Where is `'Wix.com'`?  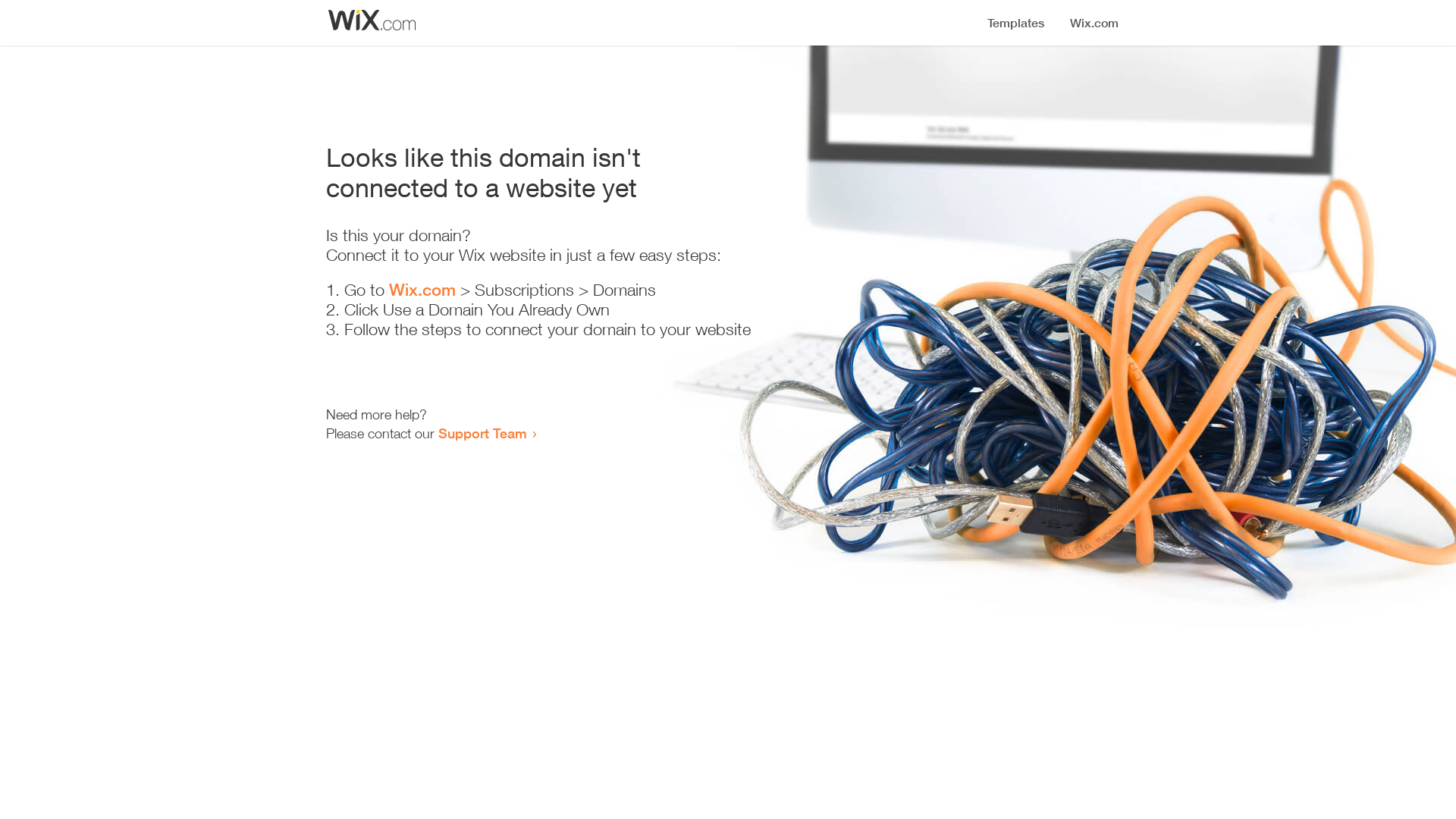 'Wix.com' is located at coordinates (422, 289).